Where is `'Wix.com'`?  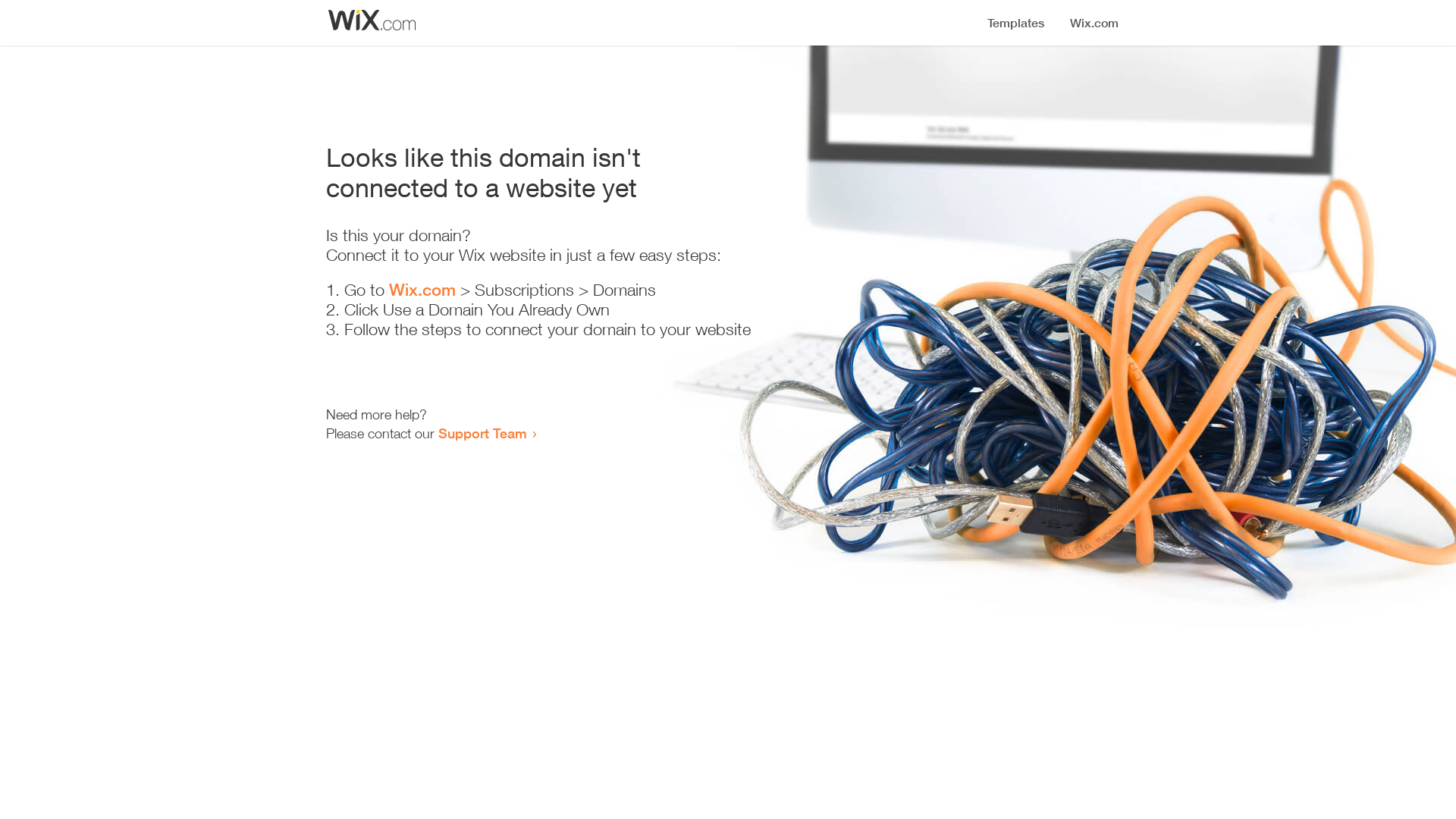 'Wix.com' is located at coordinates (422, 289).